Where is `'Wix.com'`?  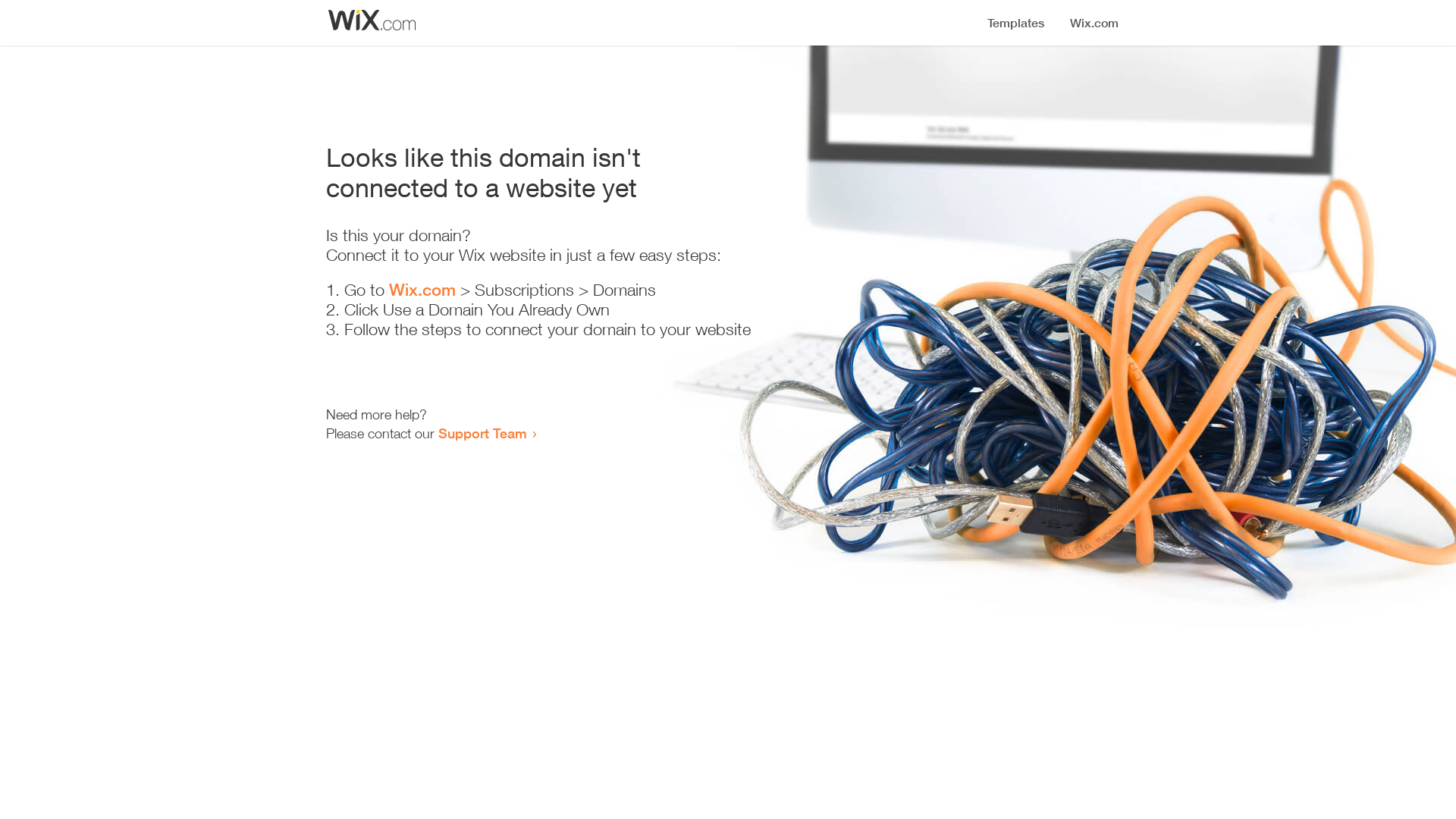 'Wix.com' is located at coordinates (422, 289).